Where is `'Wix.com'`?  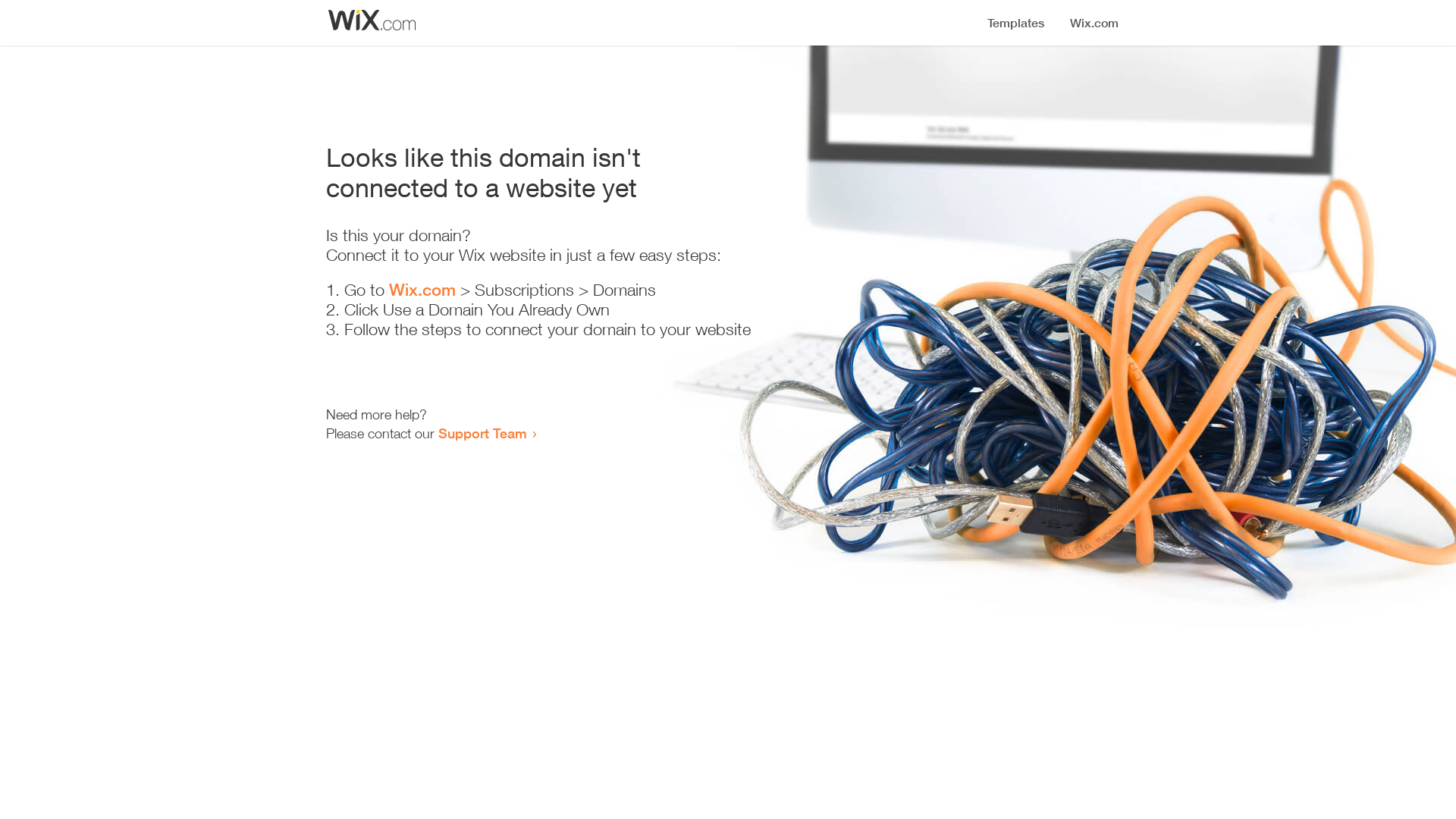 'Wix.com' is located at coordinates (422, 289).